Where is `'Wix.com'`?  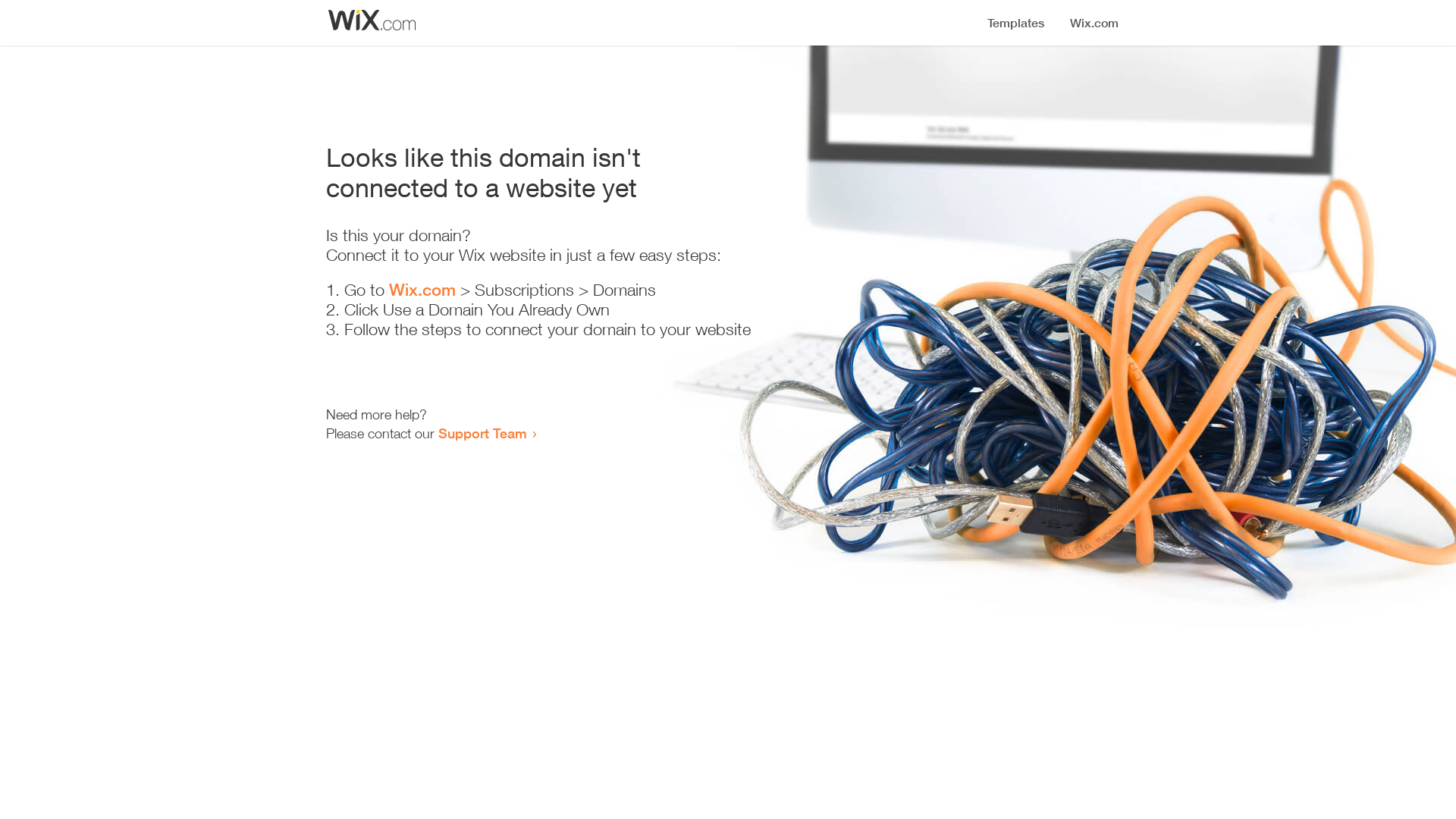 'Wix.com' is located at coordinates (422, 289).